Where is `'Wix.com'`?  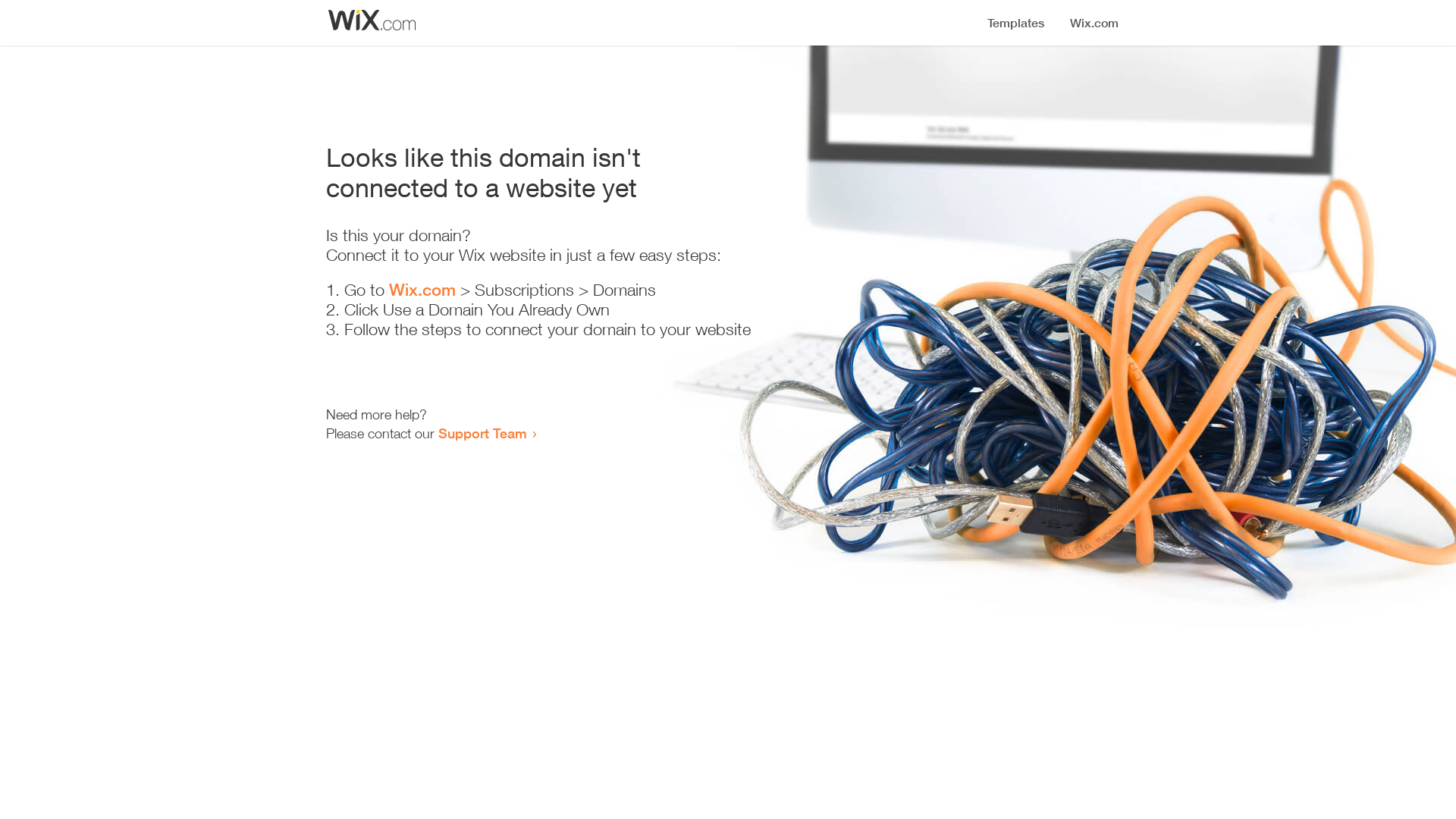 'Wix.com' is located at coordinates (422, 289).